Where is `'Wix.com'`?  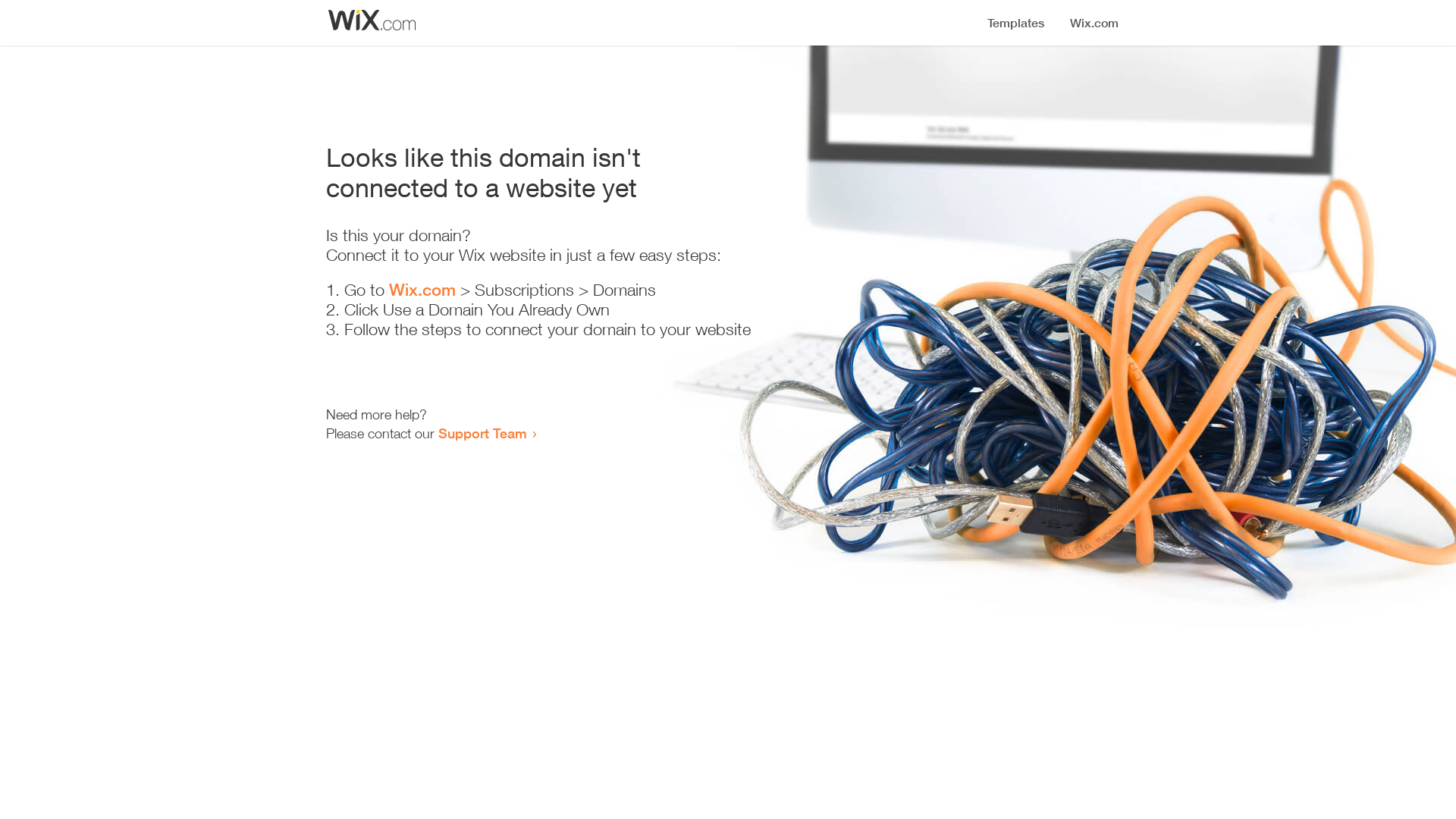 'Wix.com' is located at coordinates (422, 289).